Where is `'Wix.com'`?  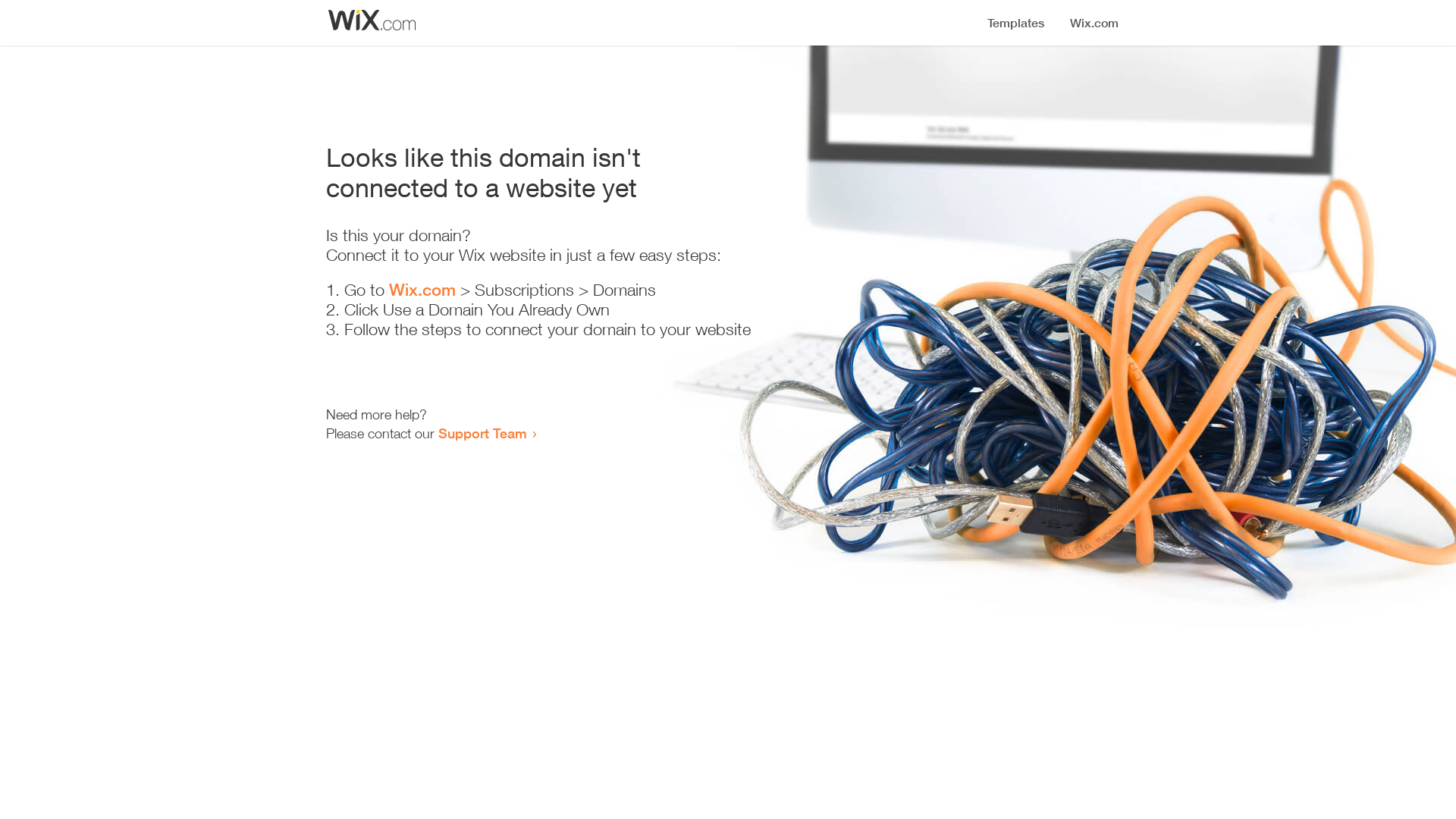 'Wix.com' is located at coordinates (422, 289).